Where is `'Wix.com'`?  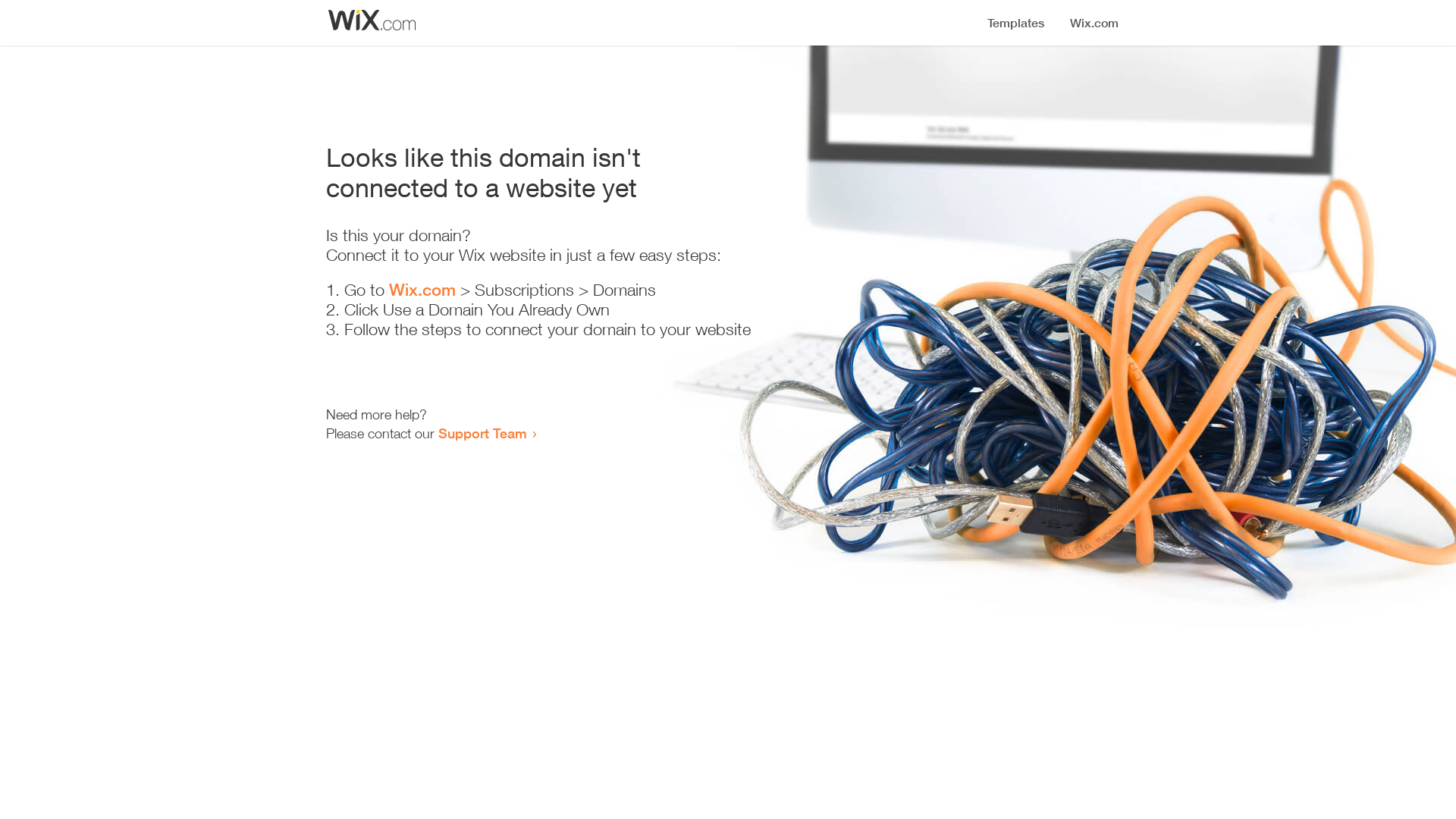 'Wix.com' is located at coordinates (422, 289).